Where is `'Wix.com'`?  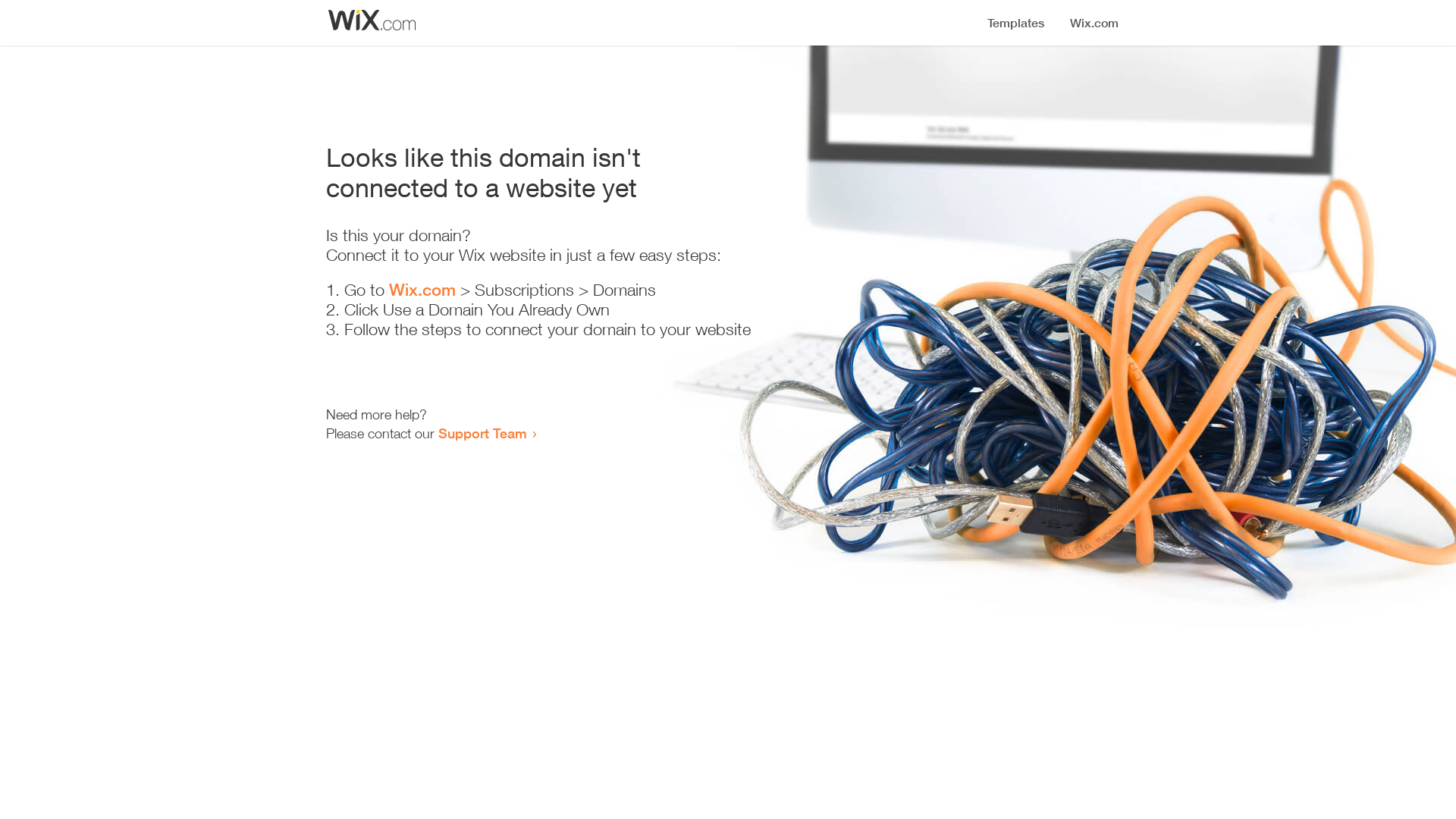 'Wix.com' is located at coordinates (422, 289).